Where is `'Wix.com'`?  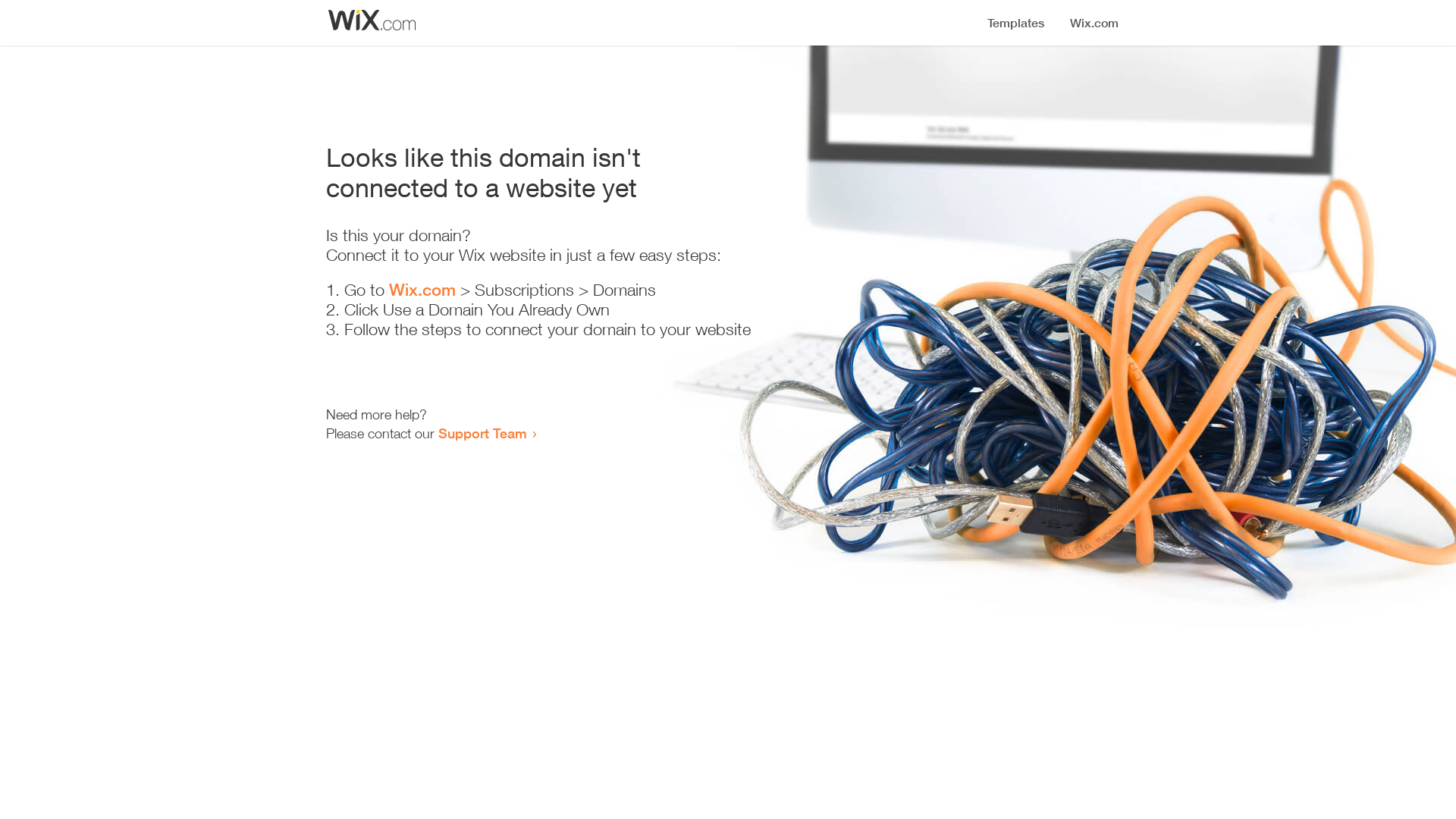 'Wix.com' is located at coordinates (422, 289).